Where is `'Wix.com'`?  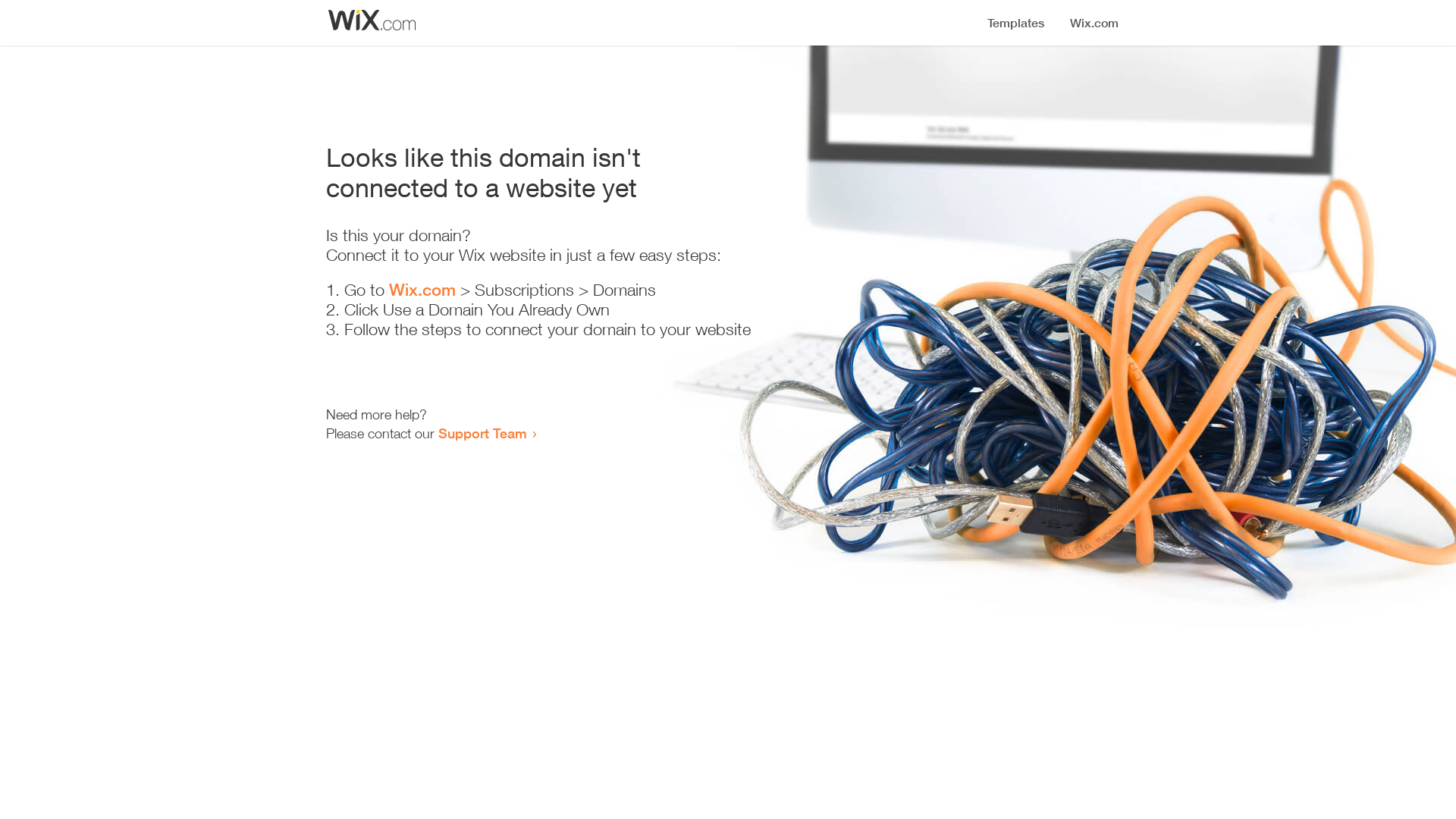 'Wix.com' is located at coordinates (422, 289).